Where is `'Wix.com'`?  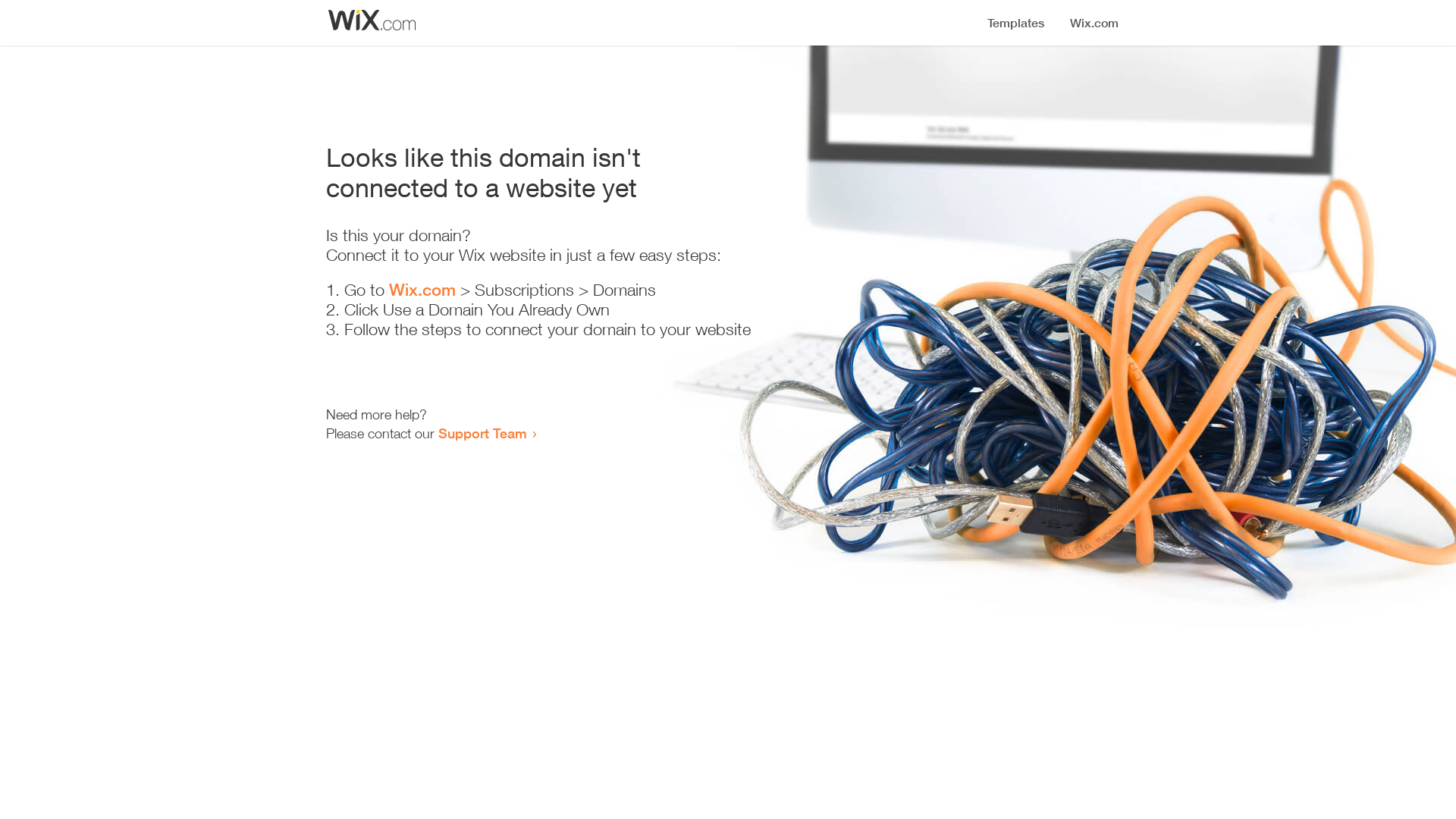 'Wix.com' is located at coordinates (422, 289).